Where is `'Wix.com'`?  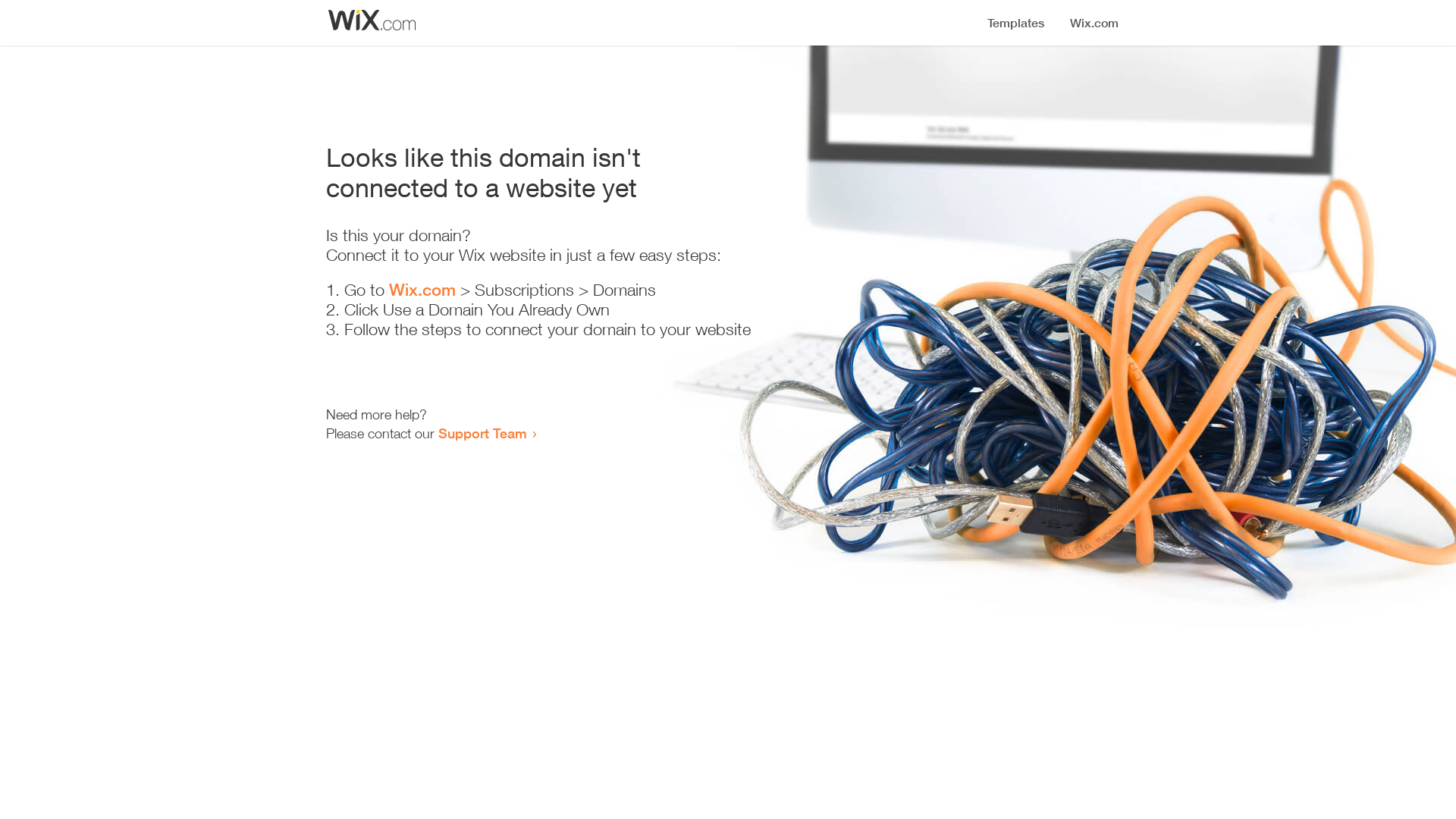 'Wix.com' is located at coordinates (422, 289).